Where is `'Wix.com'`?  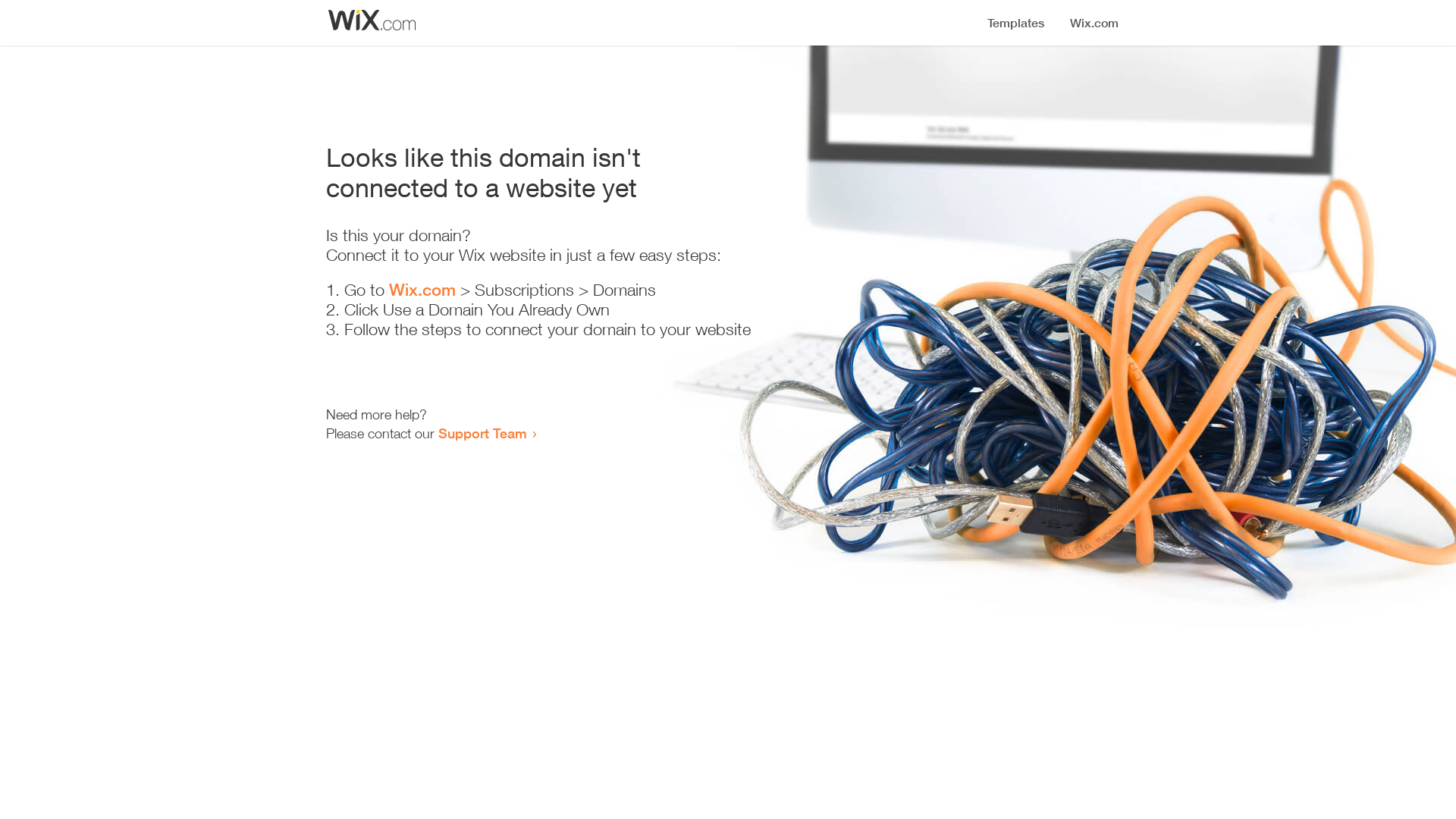 'Wix.com' is located at coordinates (422, 289).